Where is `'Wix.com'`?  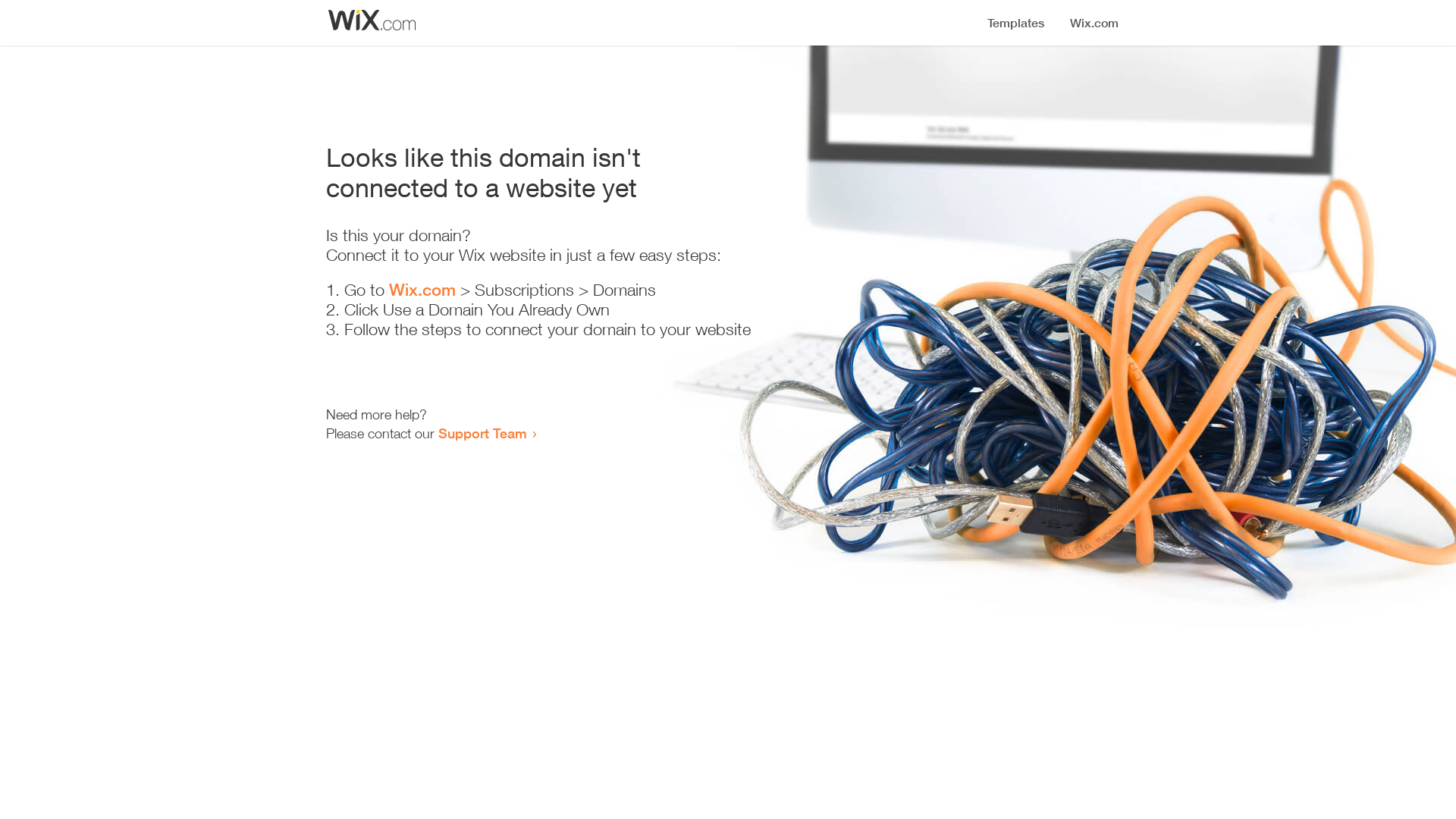 'Wix.com' is located at coordinates (422, 289).